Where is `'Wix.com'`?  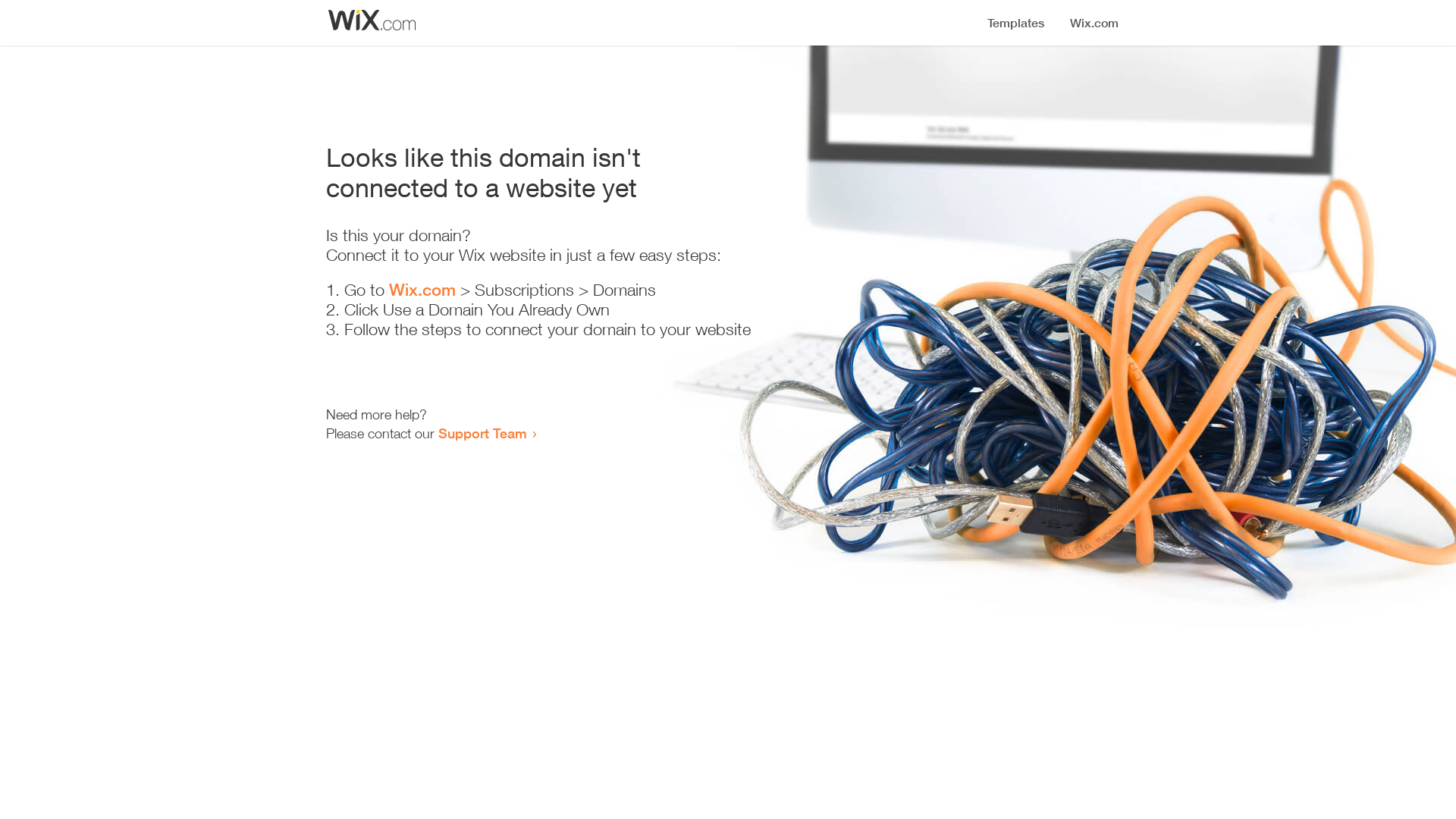 'Wix.com' is located at coordinates (422, 289).